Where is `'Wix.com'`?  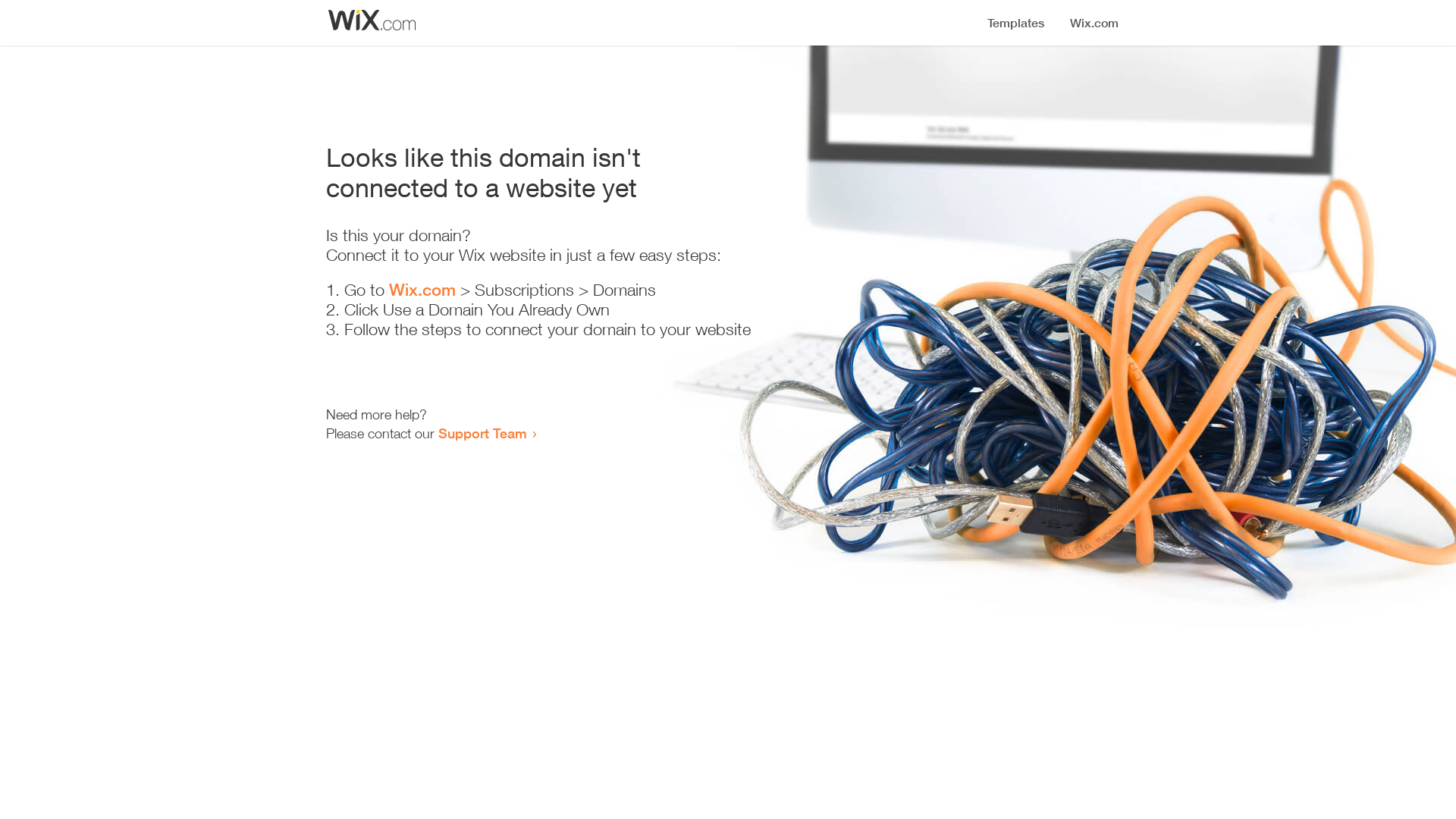 'Wix.com' is located at coordinates (422, 289).